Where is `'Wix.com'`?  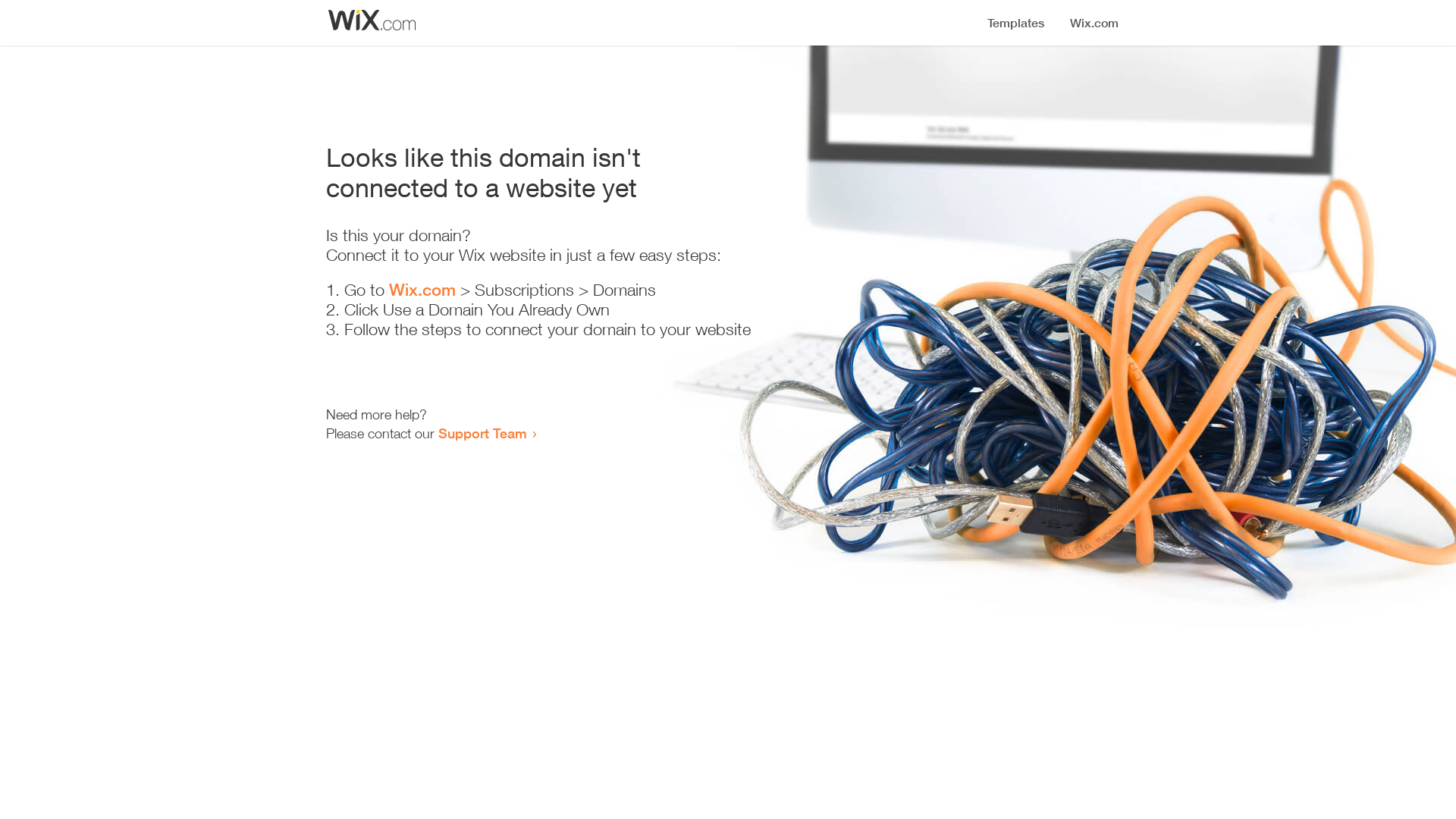 'Wix.com' is located at coordinates (422, 289).